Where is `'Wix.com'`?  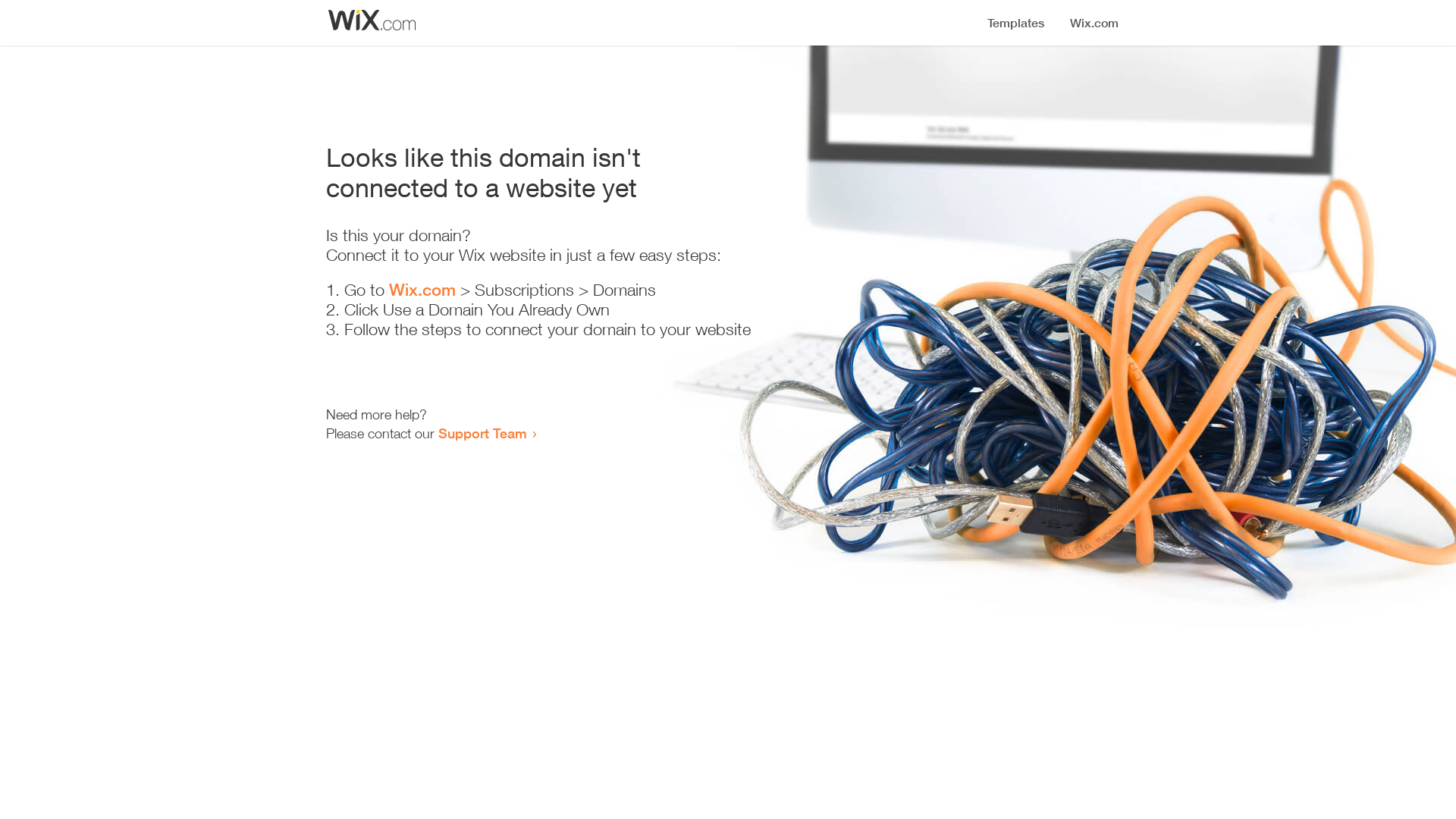 'Wix.com' is located at coordinates (422, 289).